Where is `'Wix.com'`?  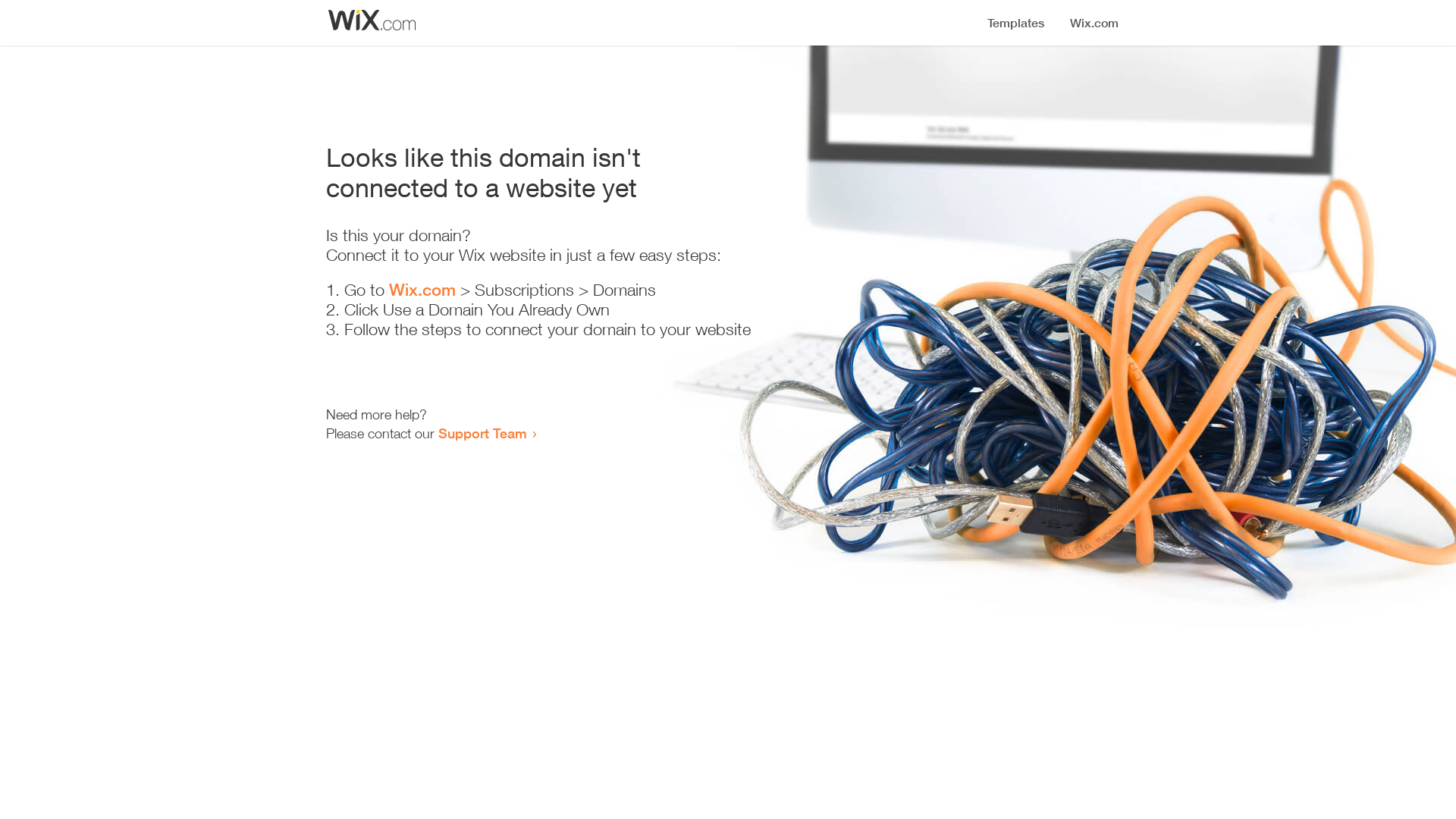 'Wix.com' is located at coordinates (422, 289).